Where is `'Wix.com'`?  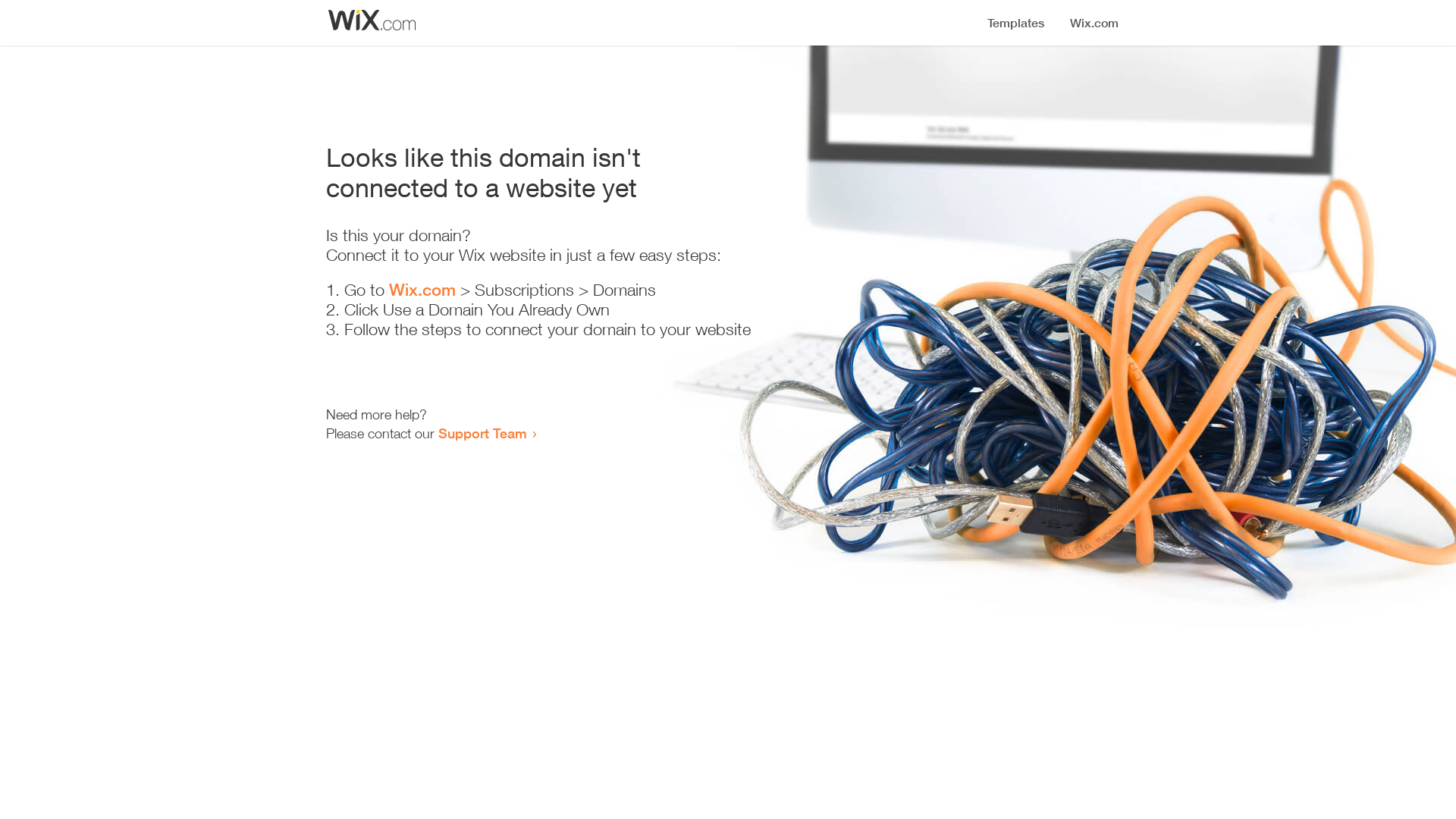 'Wix.com' is located at coordinates (422, 289).